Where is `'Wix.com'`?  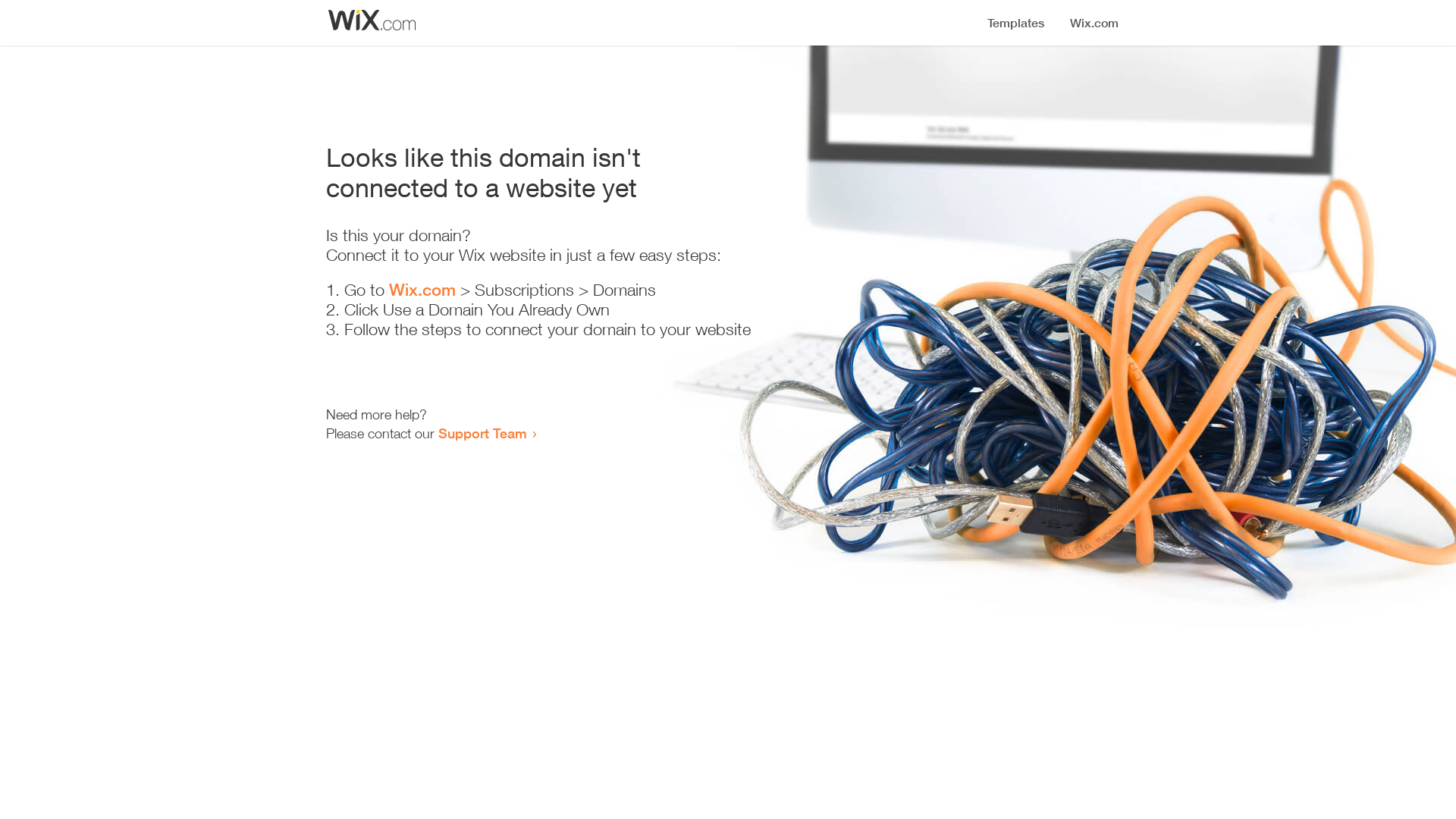 'Wix.com' is located at coordinates (422, 289).